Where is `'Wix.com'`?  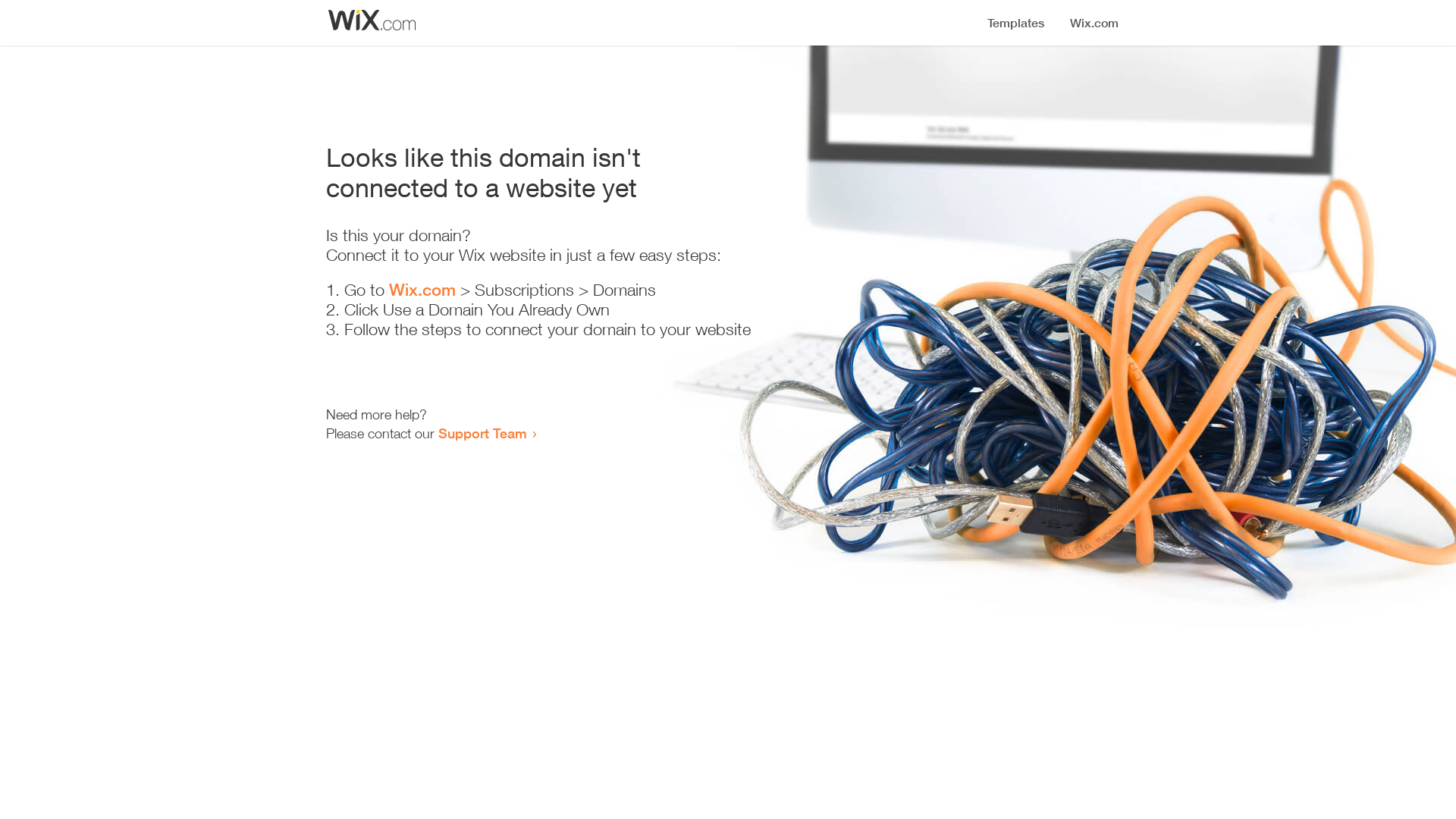 'Wix.com' is located at coordinates (422, 289).